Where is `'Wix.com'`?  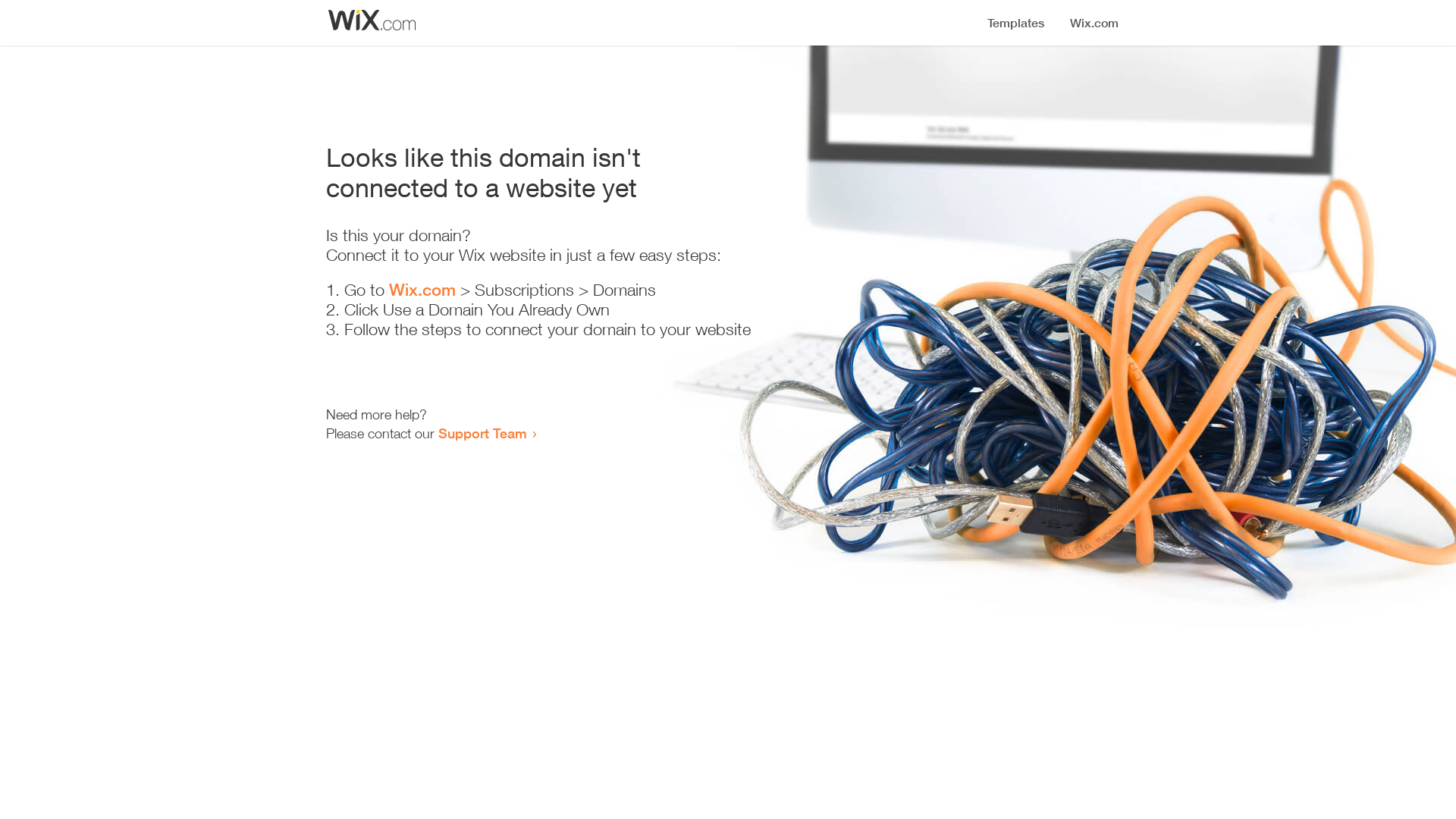 'Wix.com' is located at coordinates (422, 289).